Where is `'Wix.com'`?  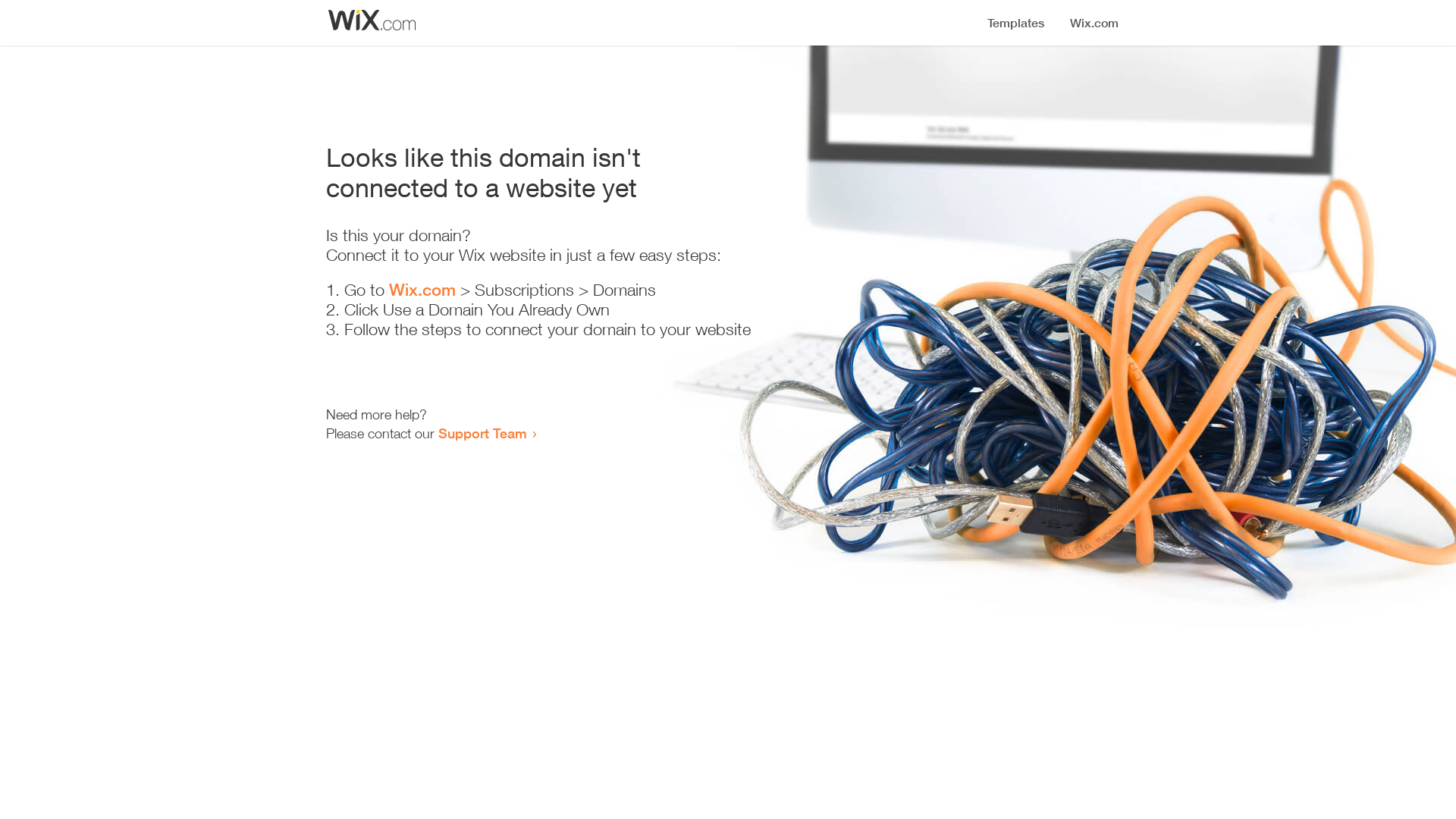 'Wix.com' is located at coordinates (422, 289).